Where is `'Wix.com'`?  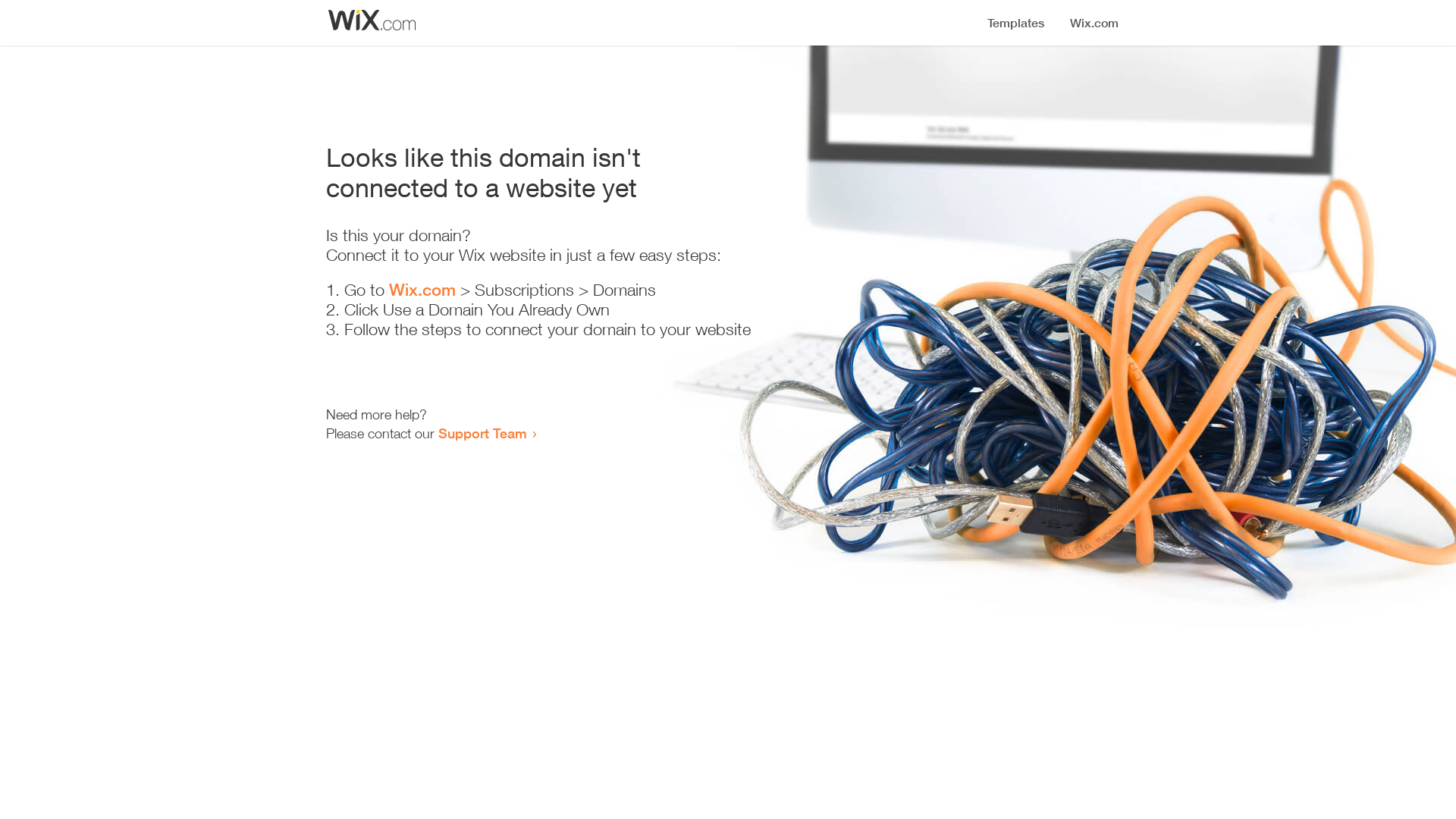 'Wix.com' is located at coordinates (422, 289).